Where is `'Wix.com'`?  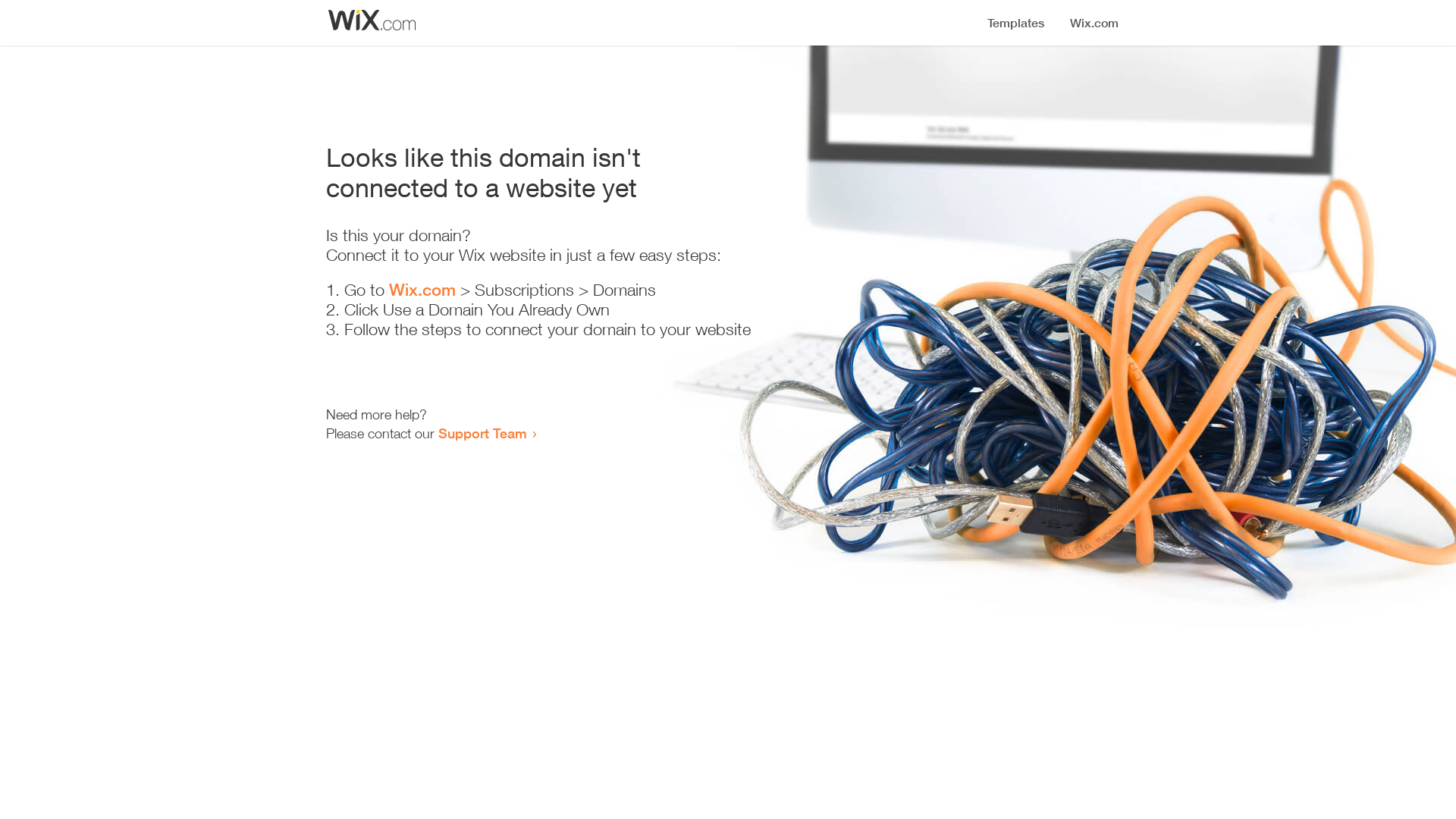 'Wix.com' is located at coordinates (422, 289).